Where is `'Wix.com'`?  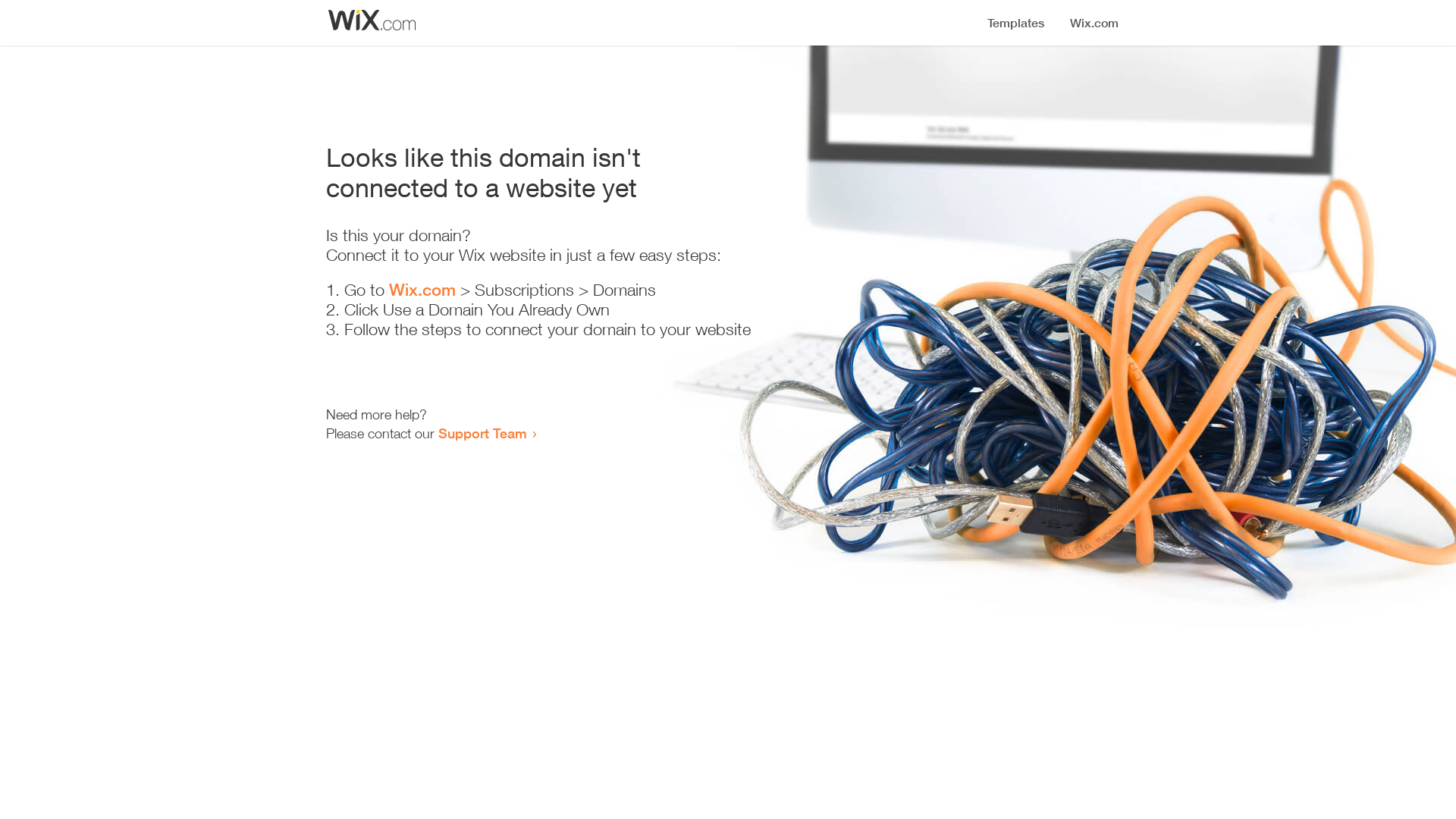 'Wix.com' is located at coordinates (422, 289).